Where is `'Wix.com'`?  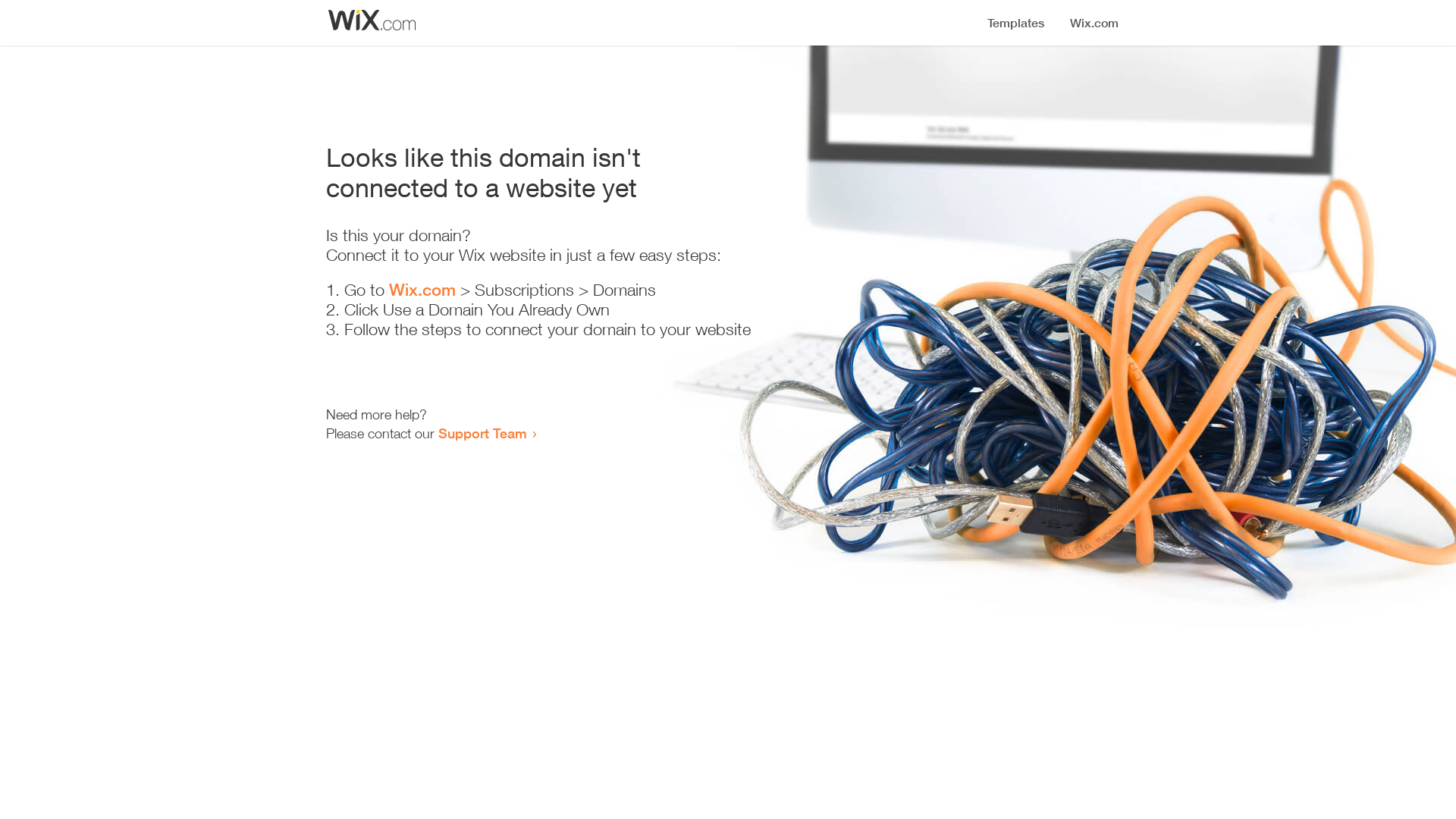 'Wix.com' is located at coordinates (422, 289).